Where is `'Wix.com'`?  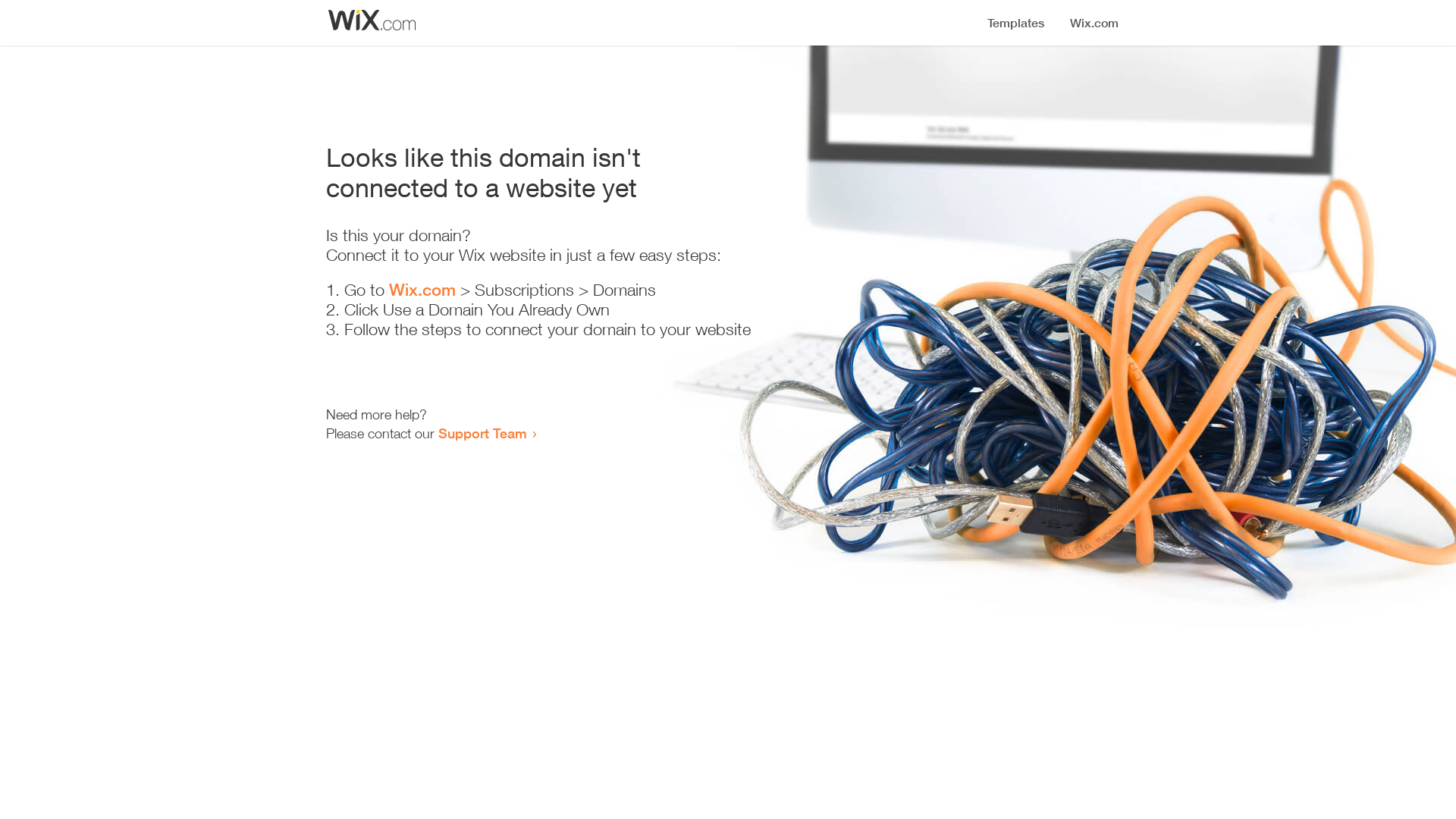 'Wix.com' is located at coordinates (422, 289).